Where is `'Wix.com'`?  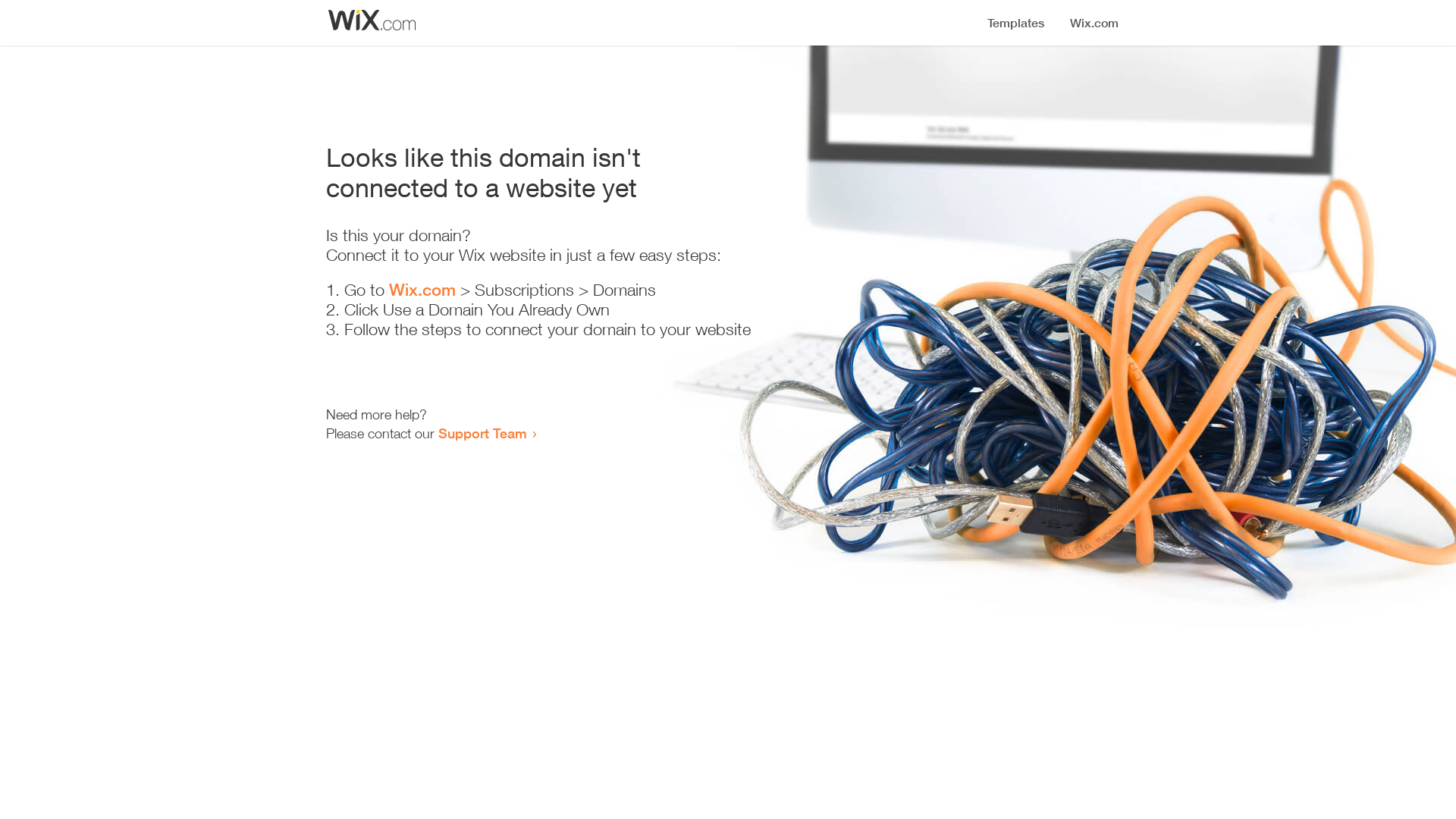 'Wix.com' is located at coordinates (422, 289).